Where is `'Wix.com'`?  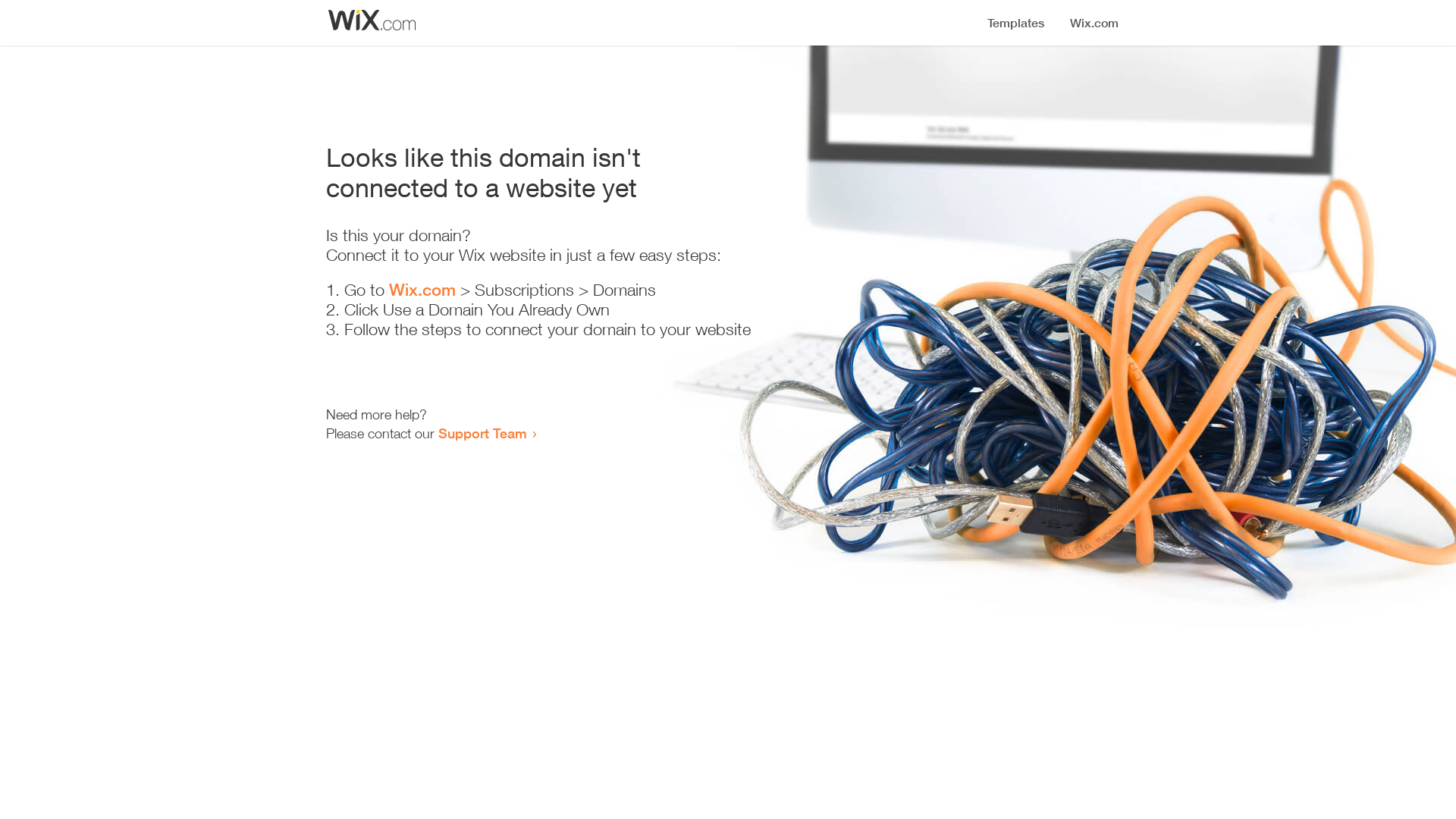 'Wix.com' is located at coordinates (422, 289).